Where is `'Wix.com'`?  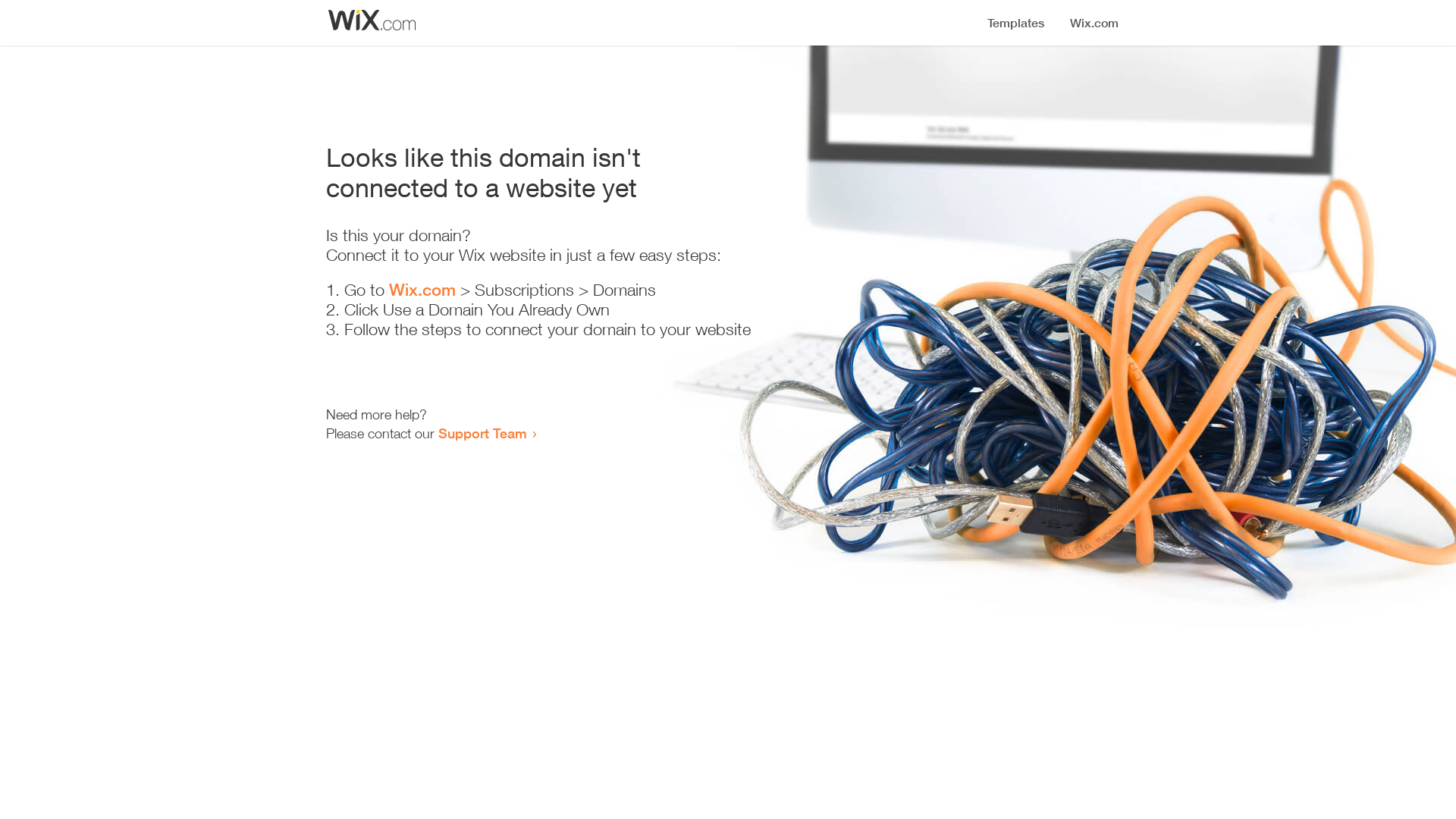 'Wix.com' is located at coordinates (422, 289).